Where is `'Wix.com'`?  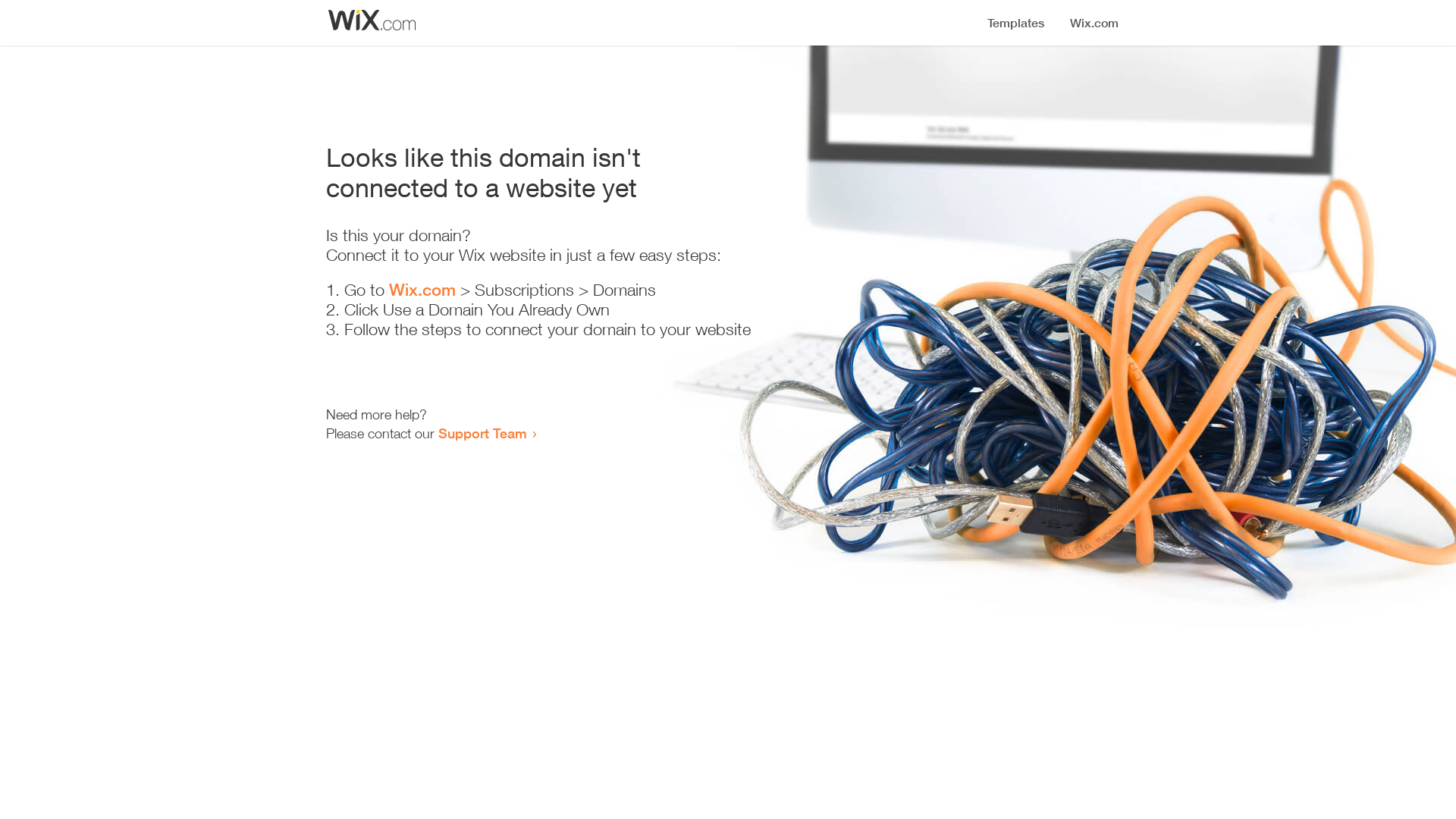 'Wix.com' is located at coordinates (422, 289).